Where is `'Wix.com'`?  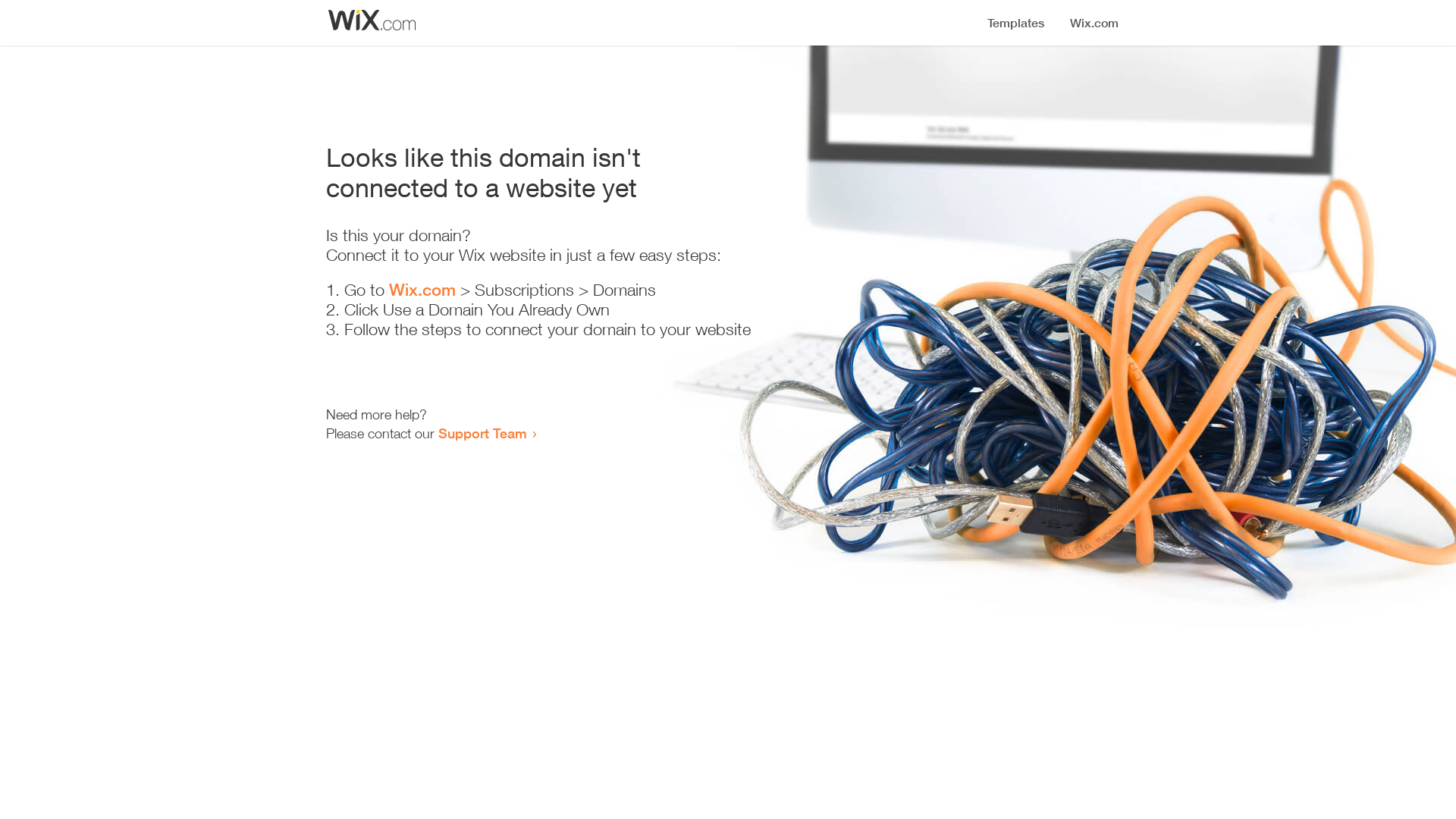 'Wix.com' is located at coordinates (422, 289).